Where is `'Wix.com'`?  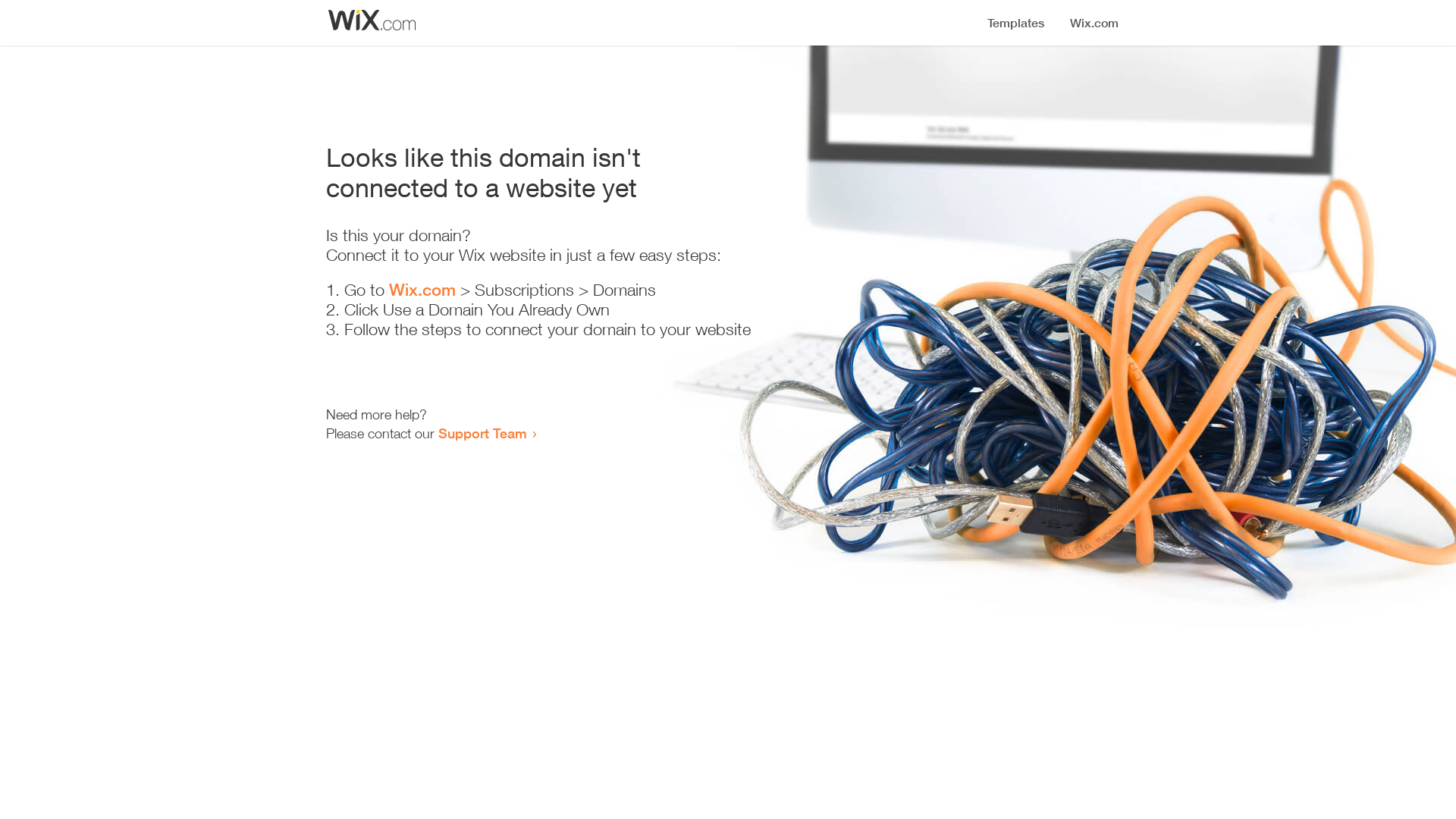 'Wix.com' is located at coordinates (422, 289).